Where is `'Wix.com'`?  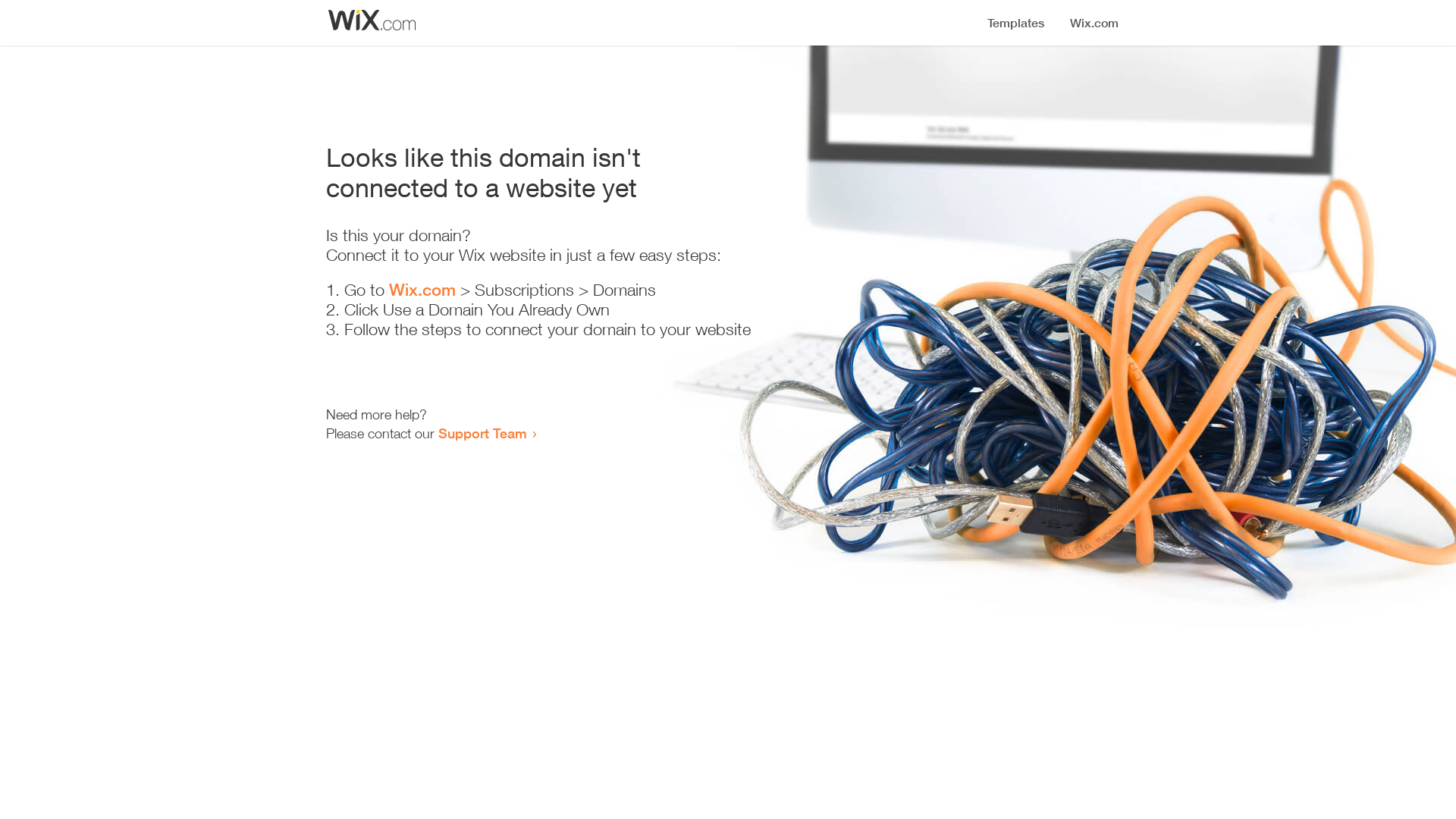 'Wix.com' is located at coordinates (422, 289).